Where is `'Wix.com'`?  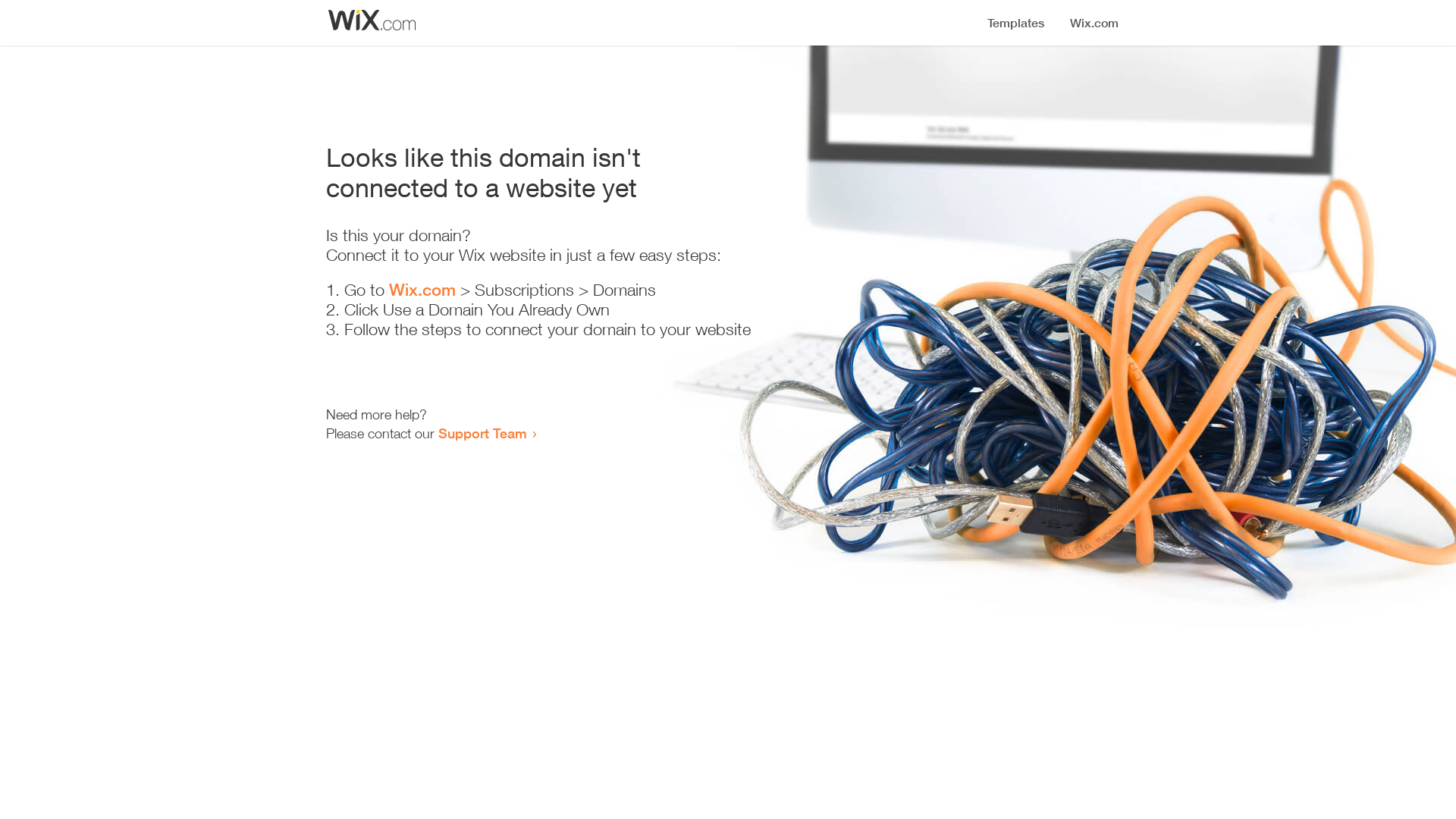 'Wix.com' is located at coordinates (422, 289).